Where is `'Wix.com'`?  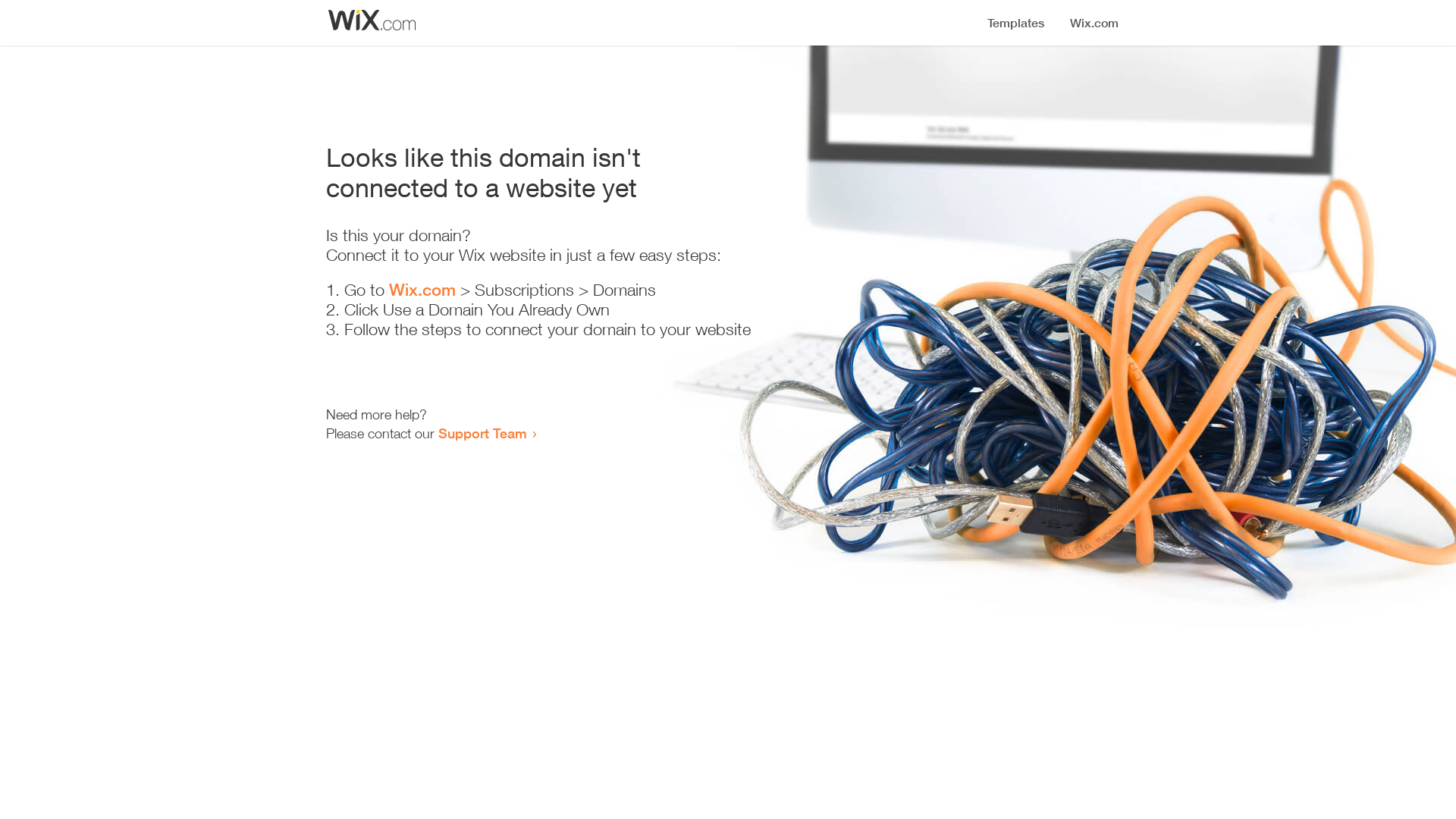 'Wix.com' is located at coordinates (422, 289).